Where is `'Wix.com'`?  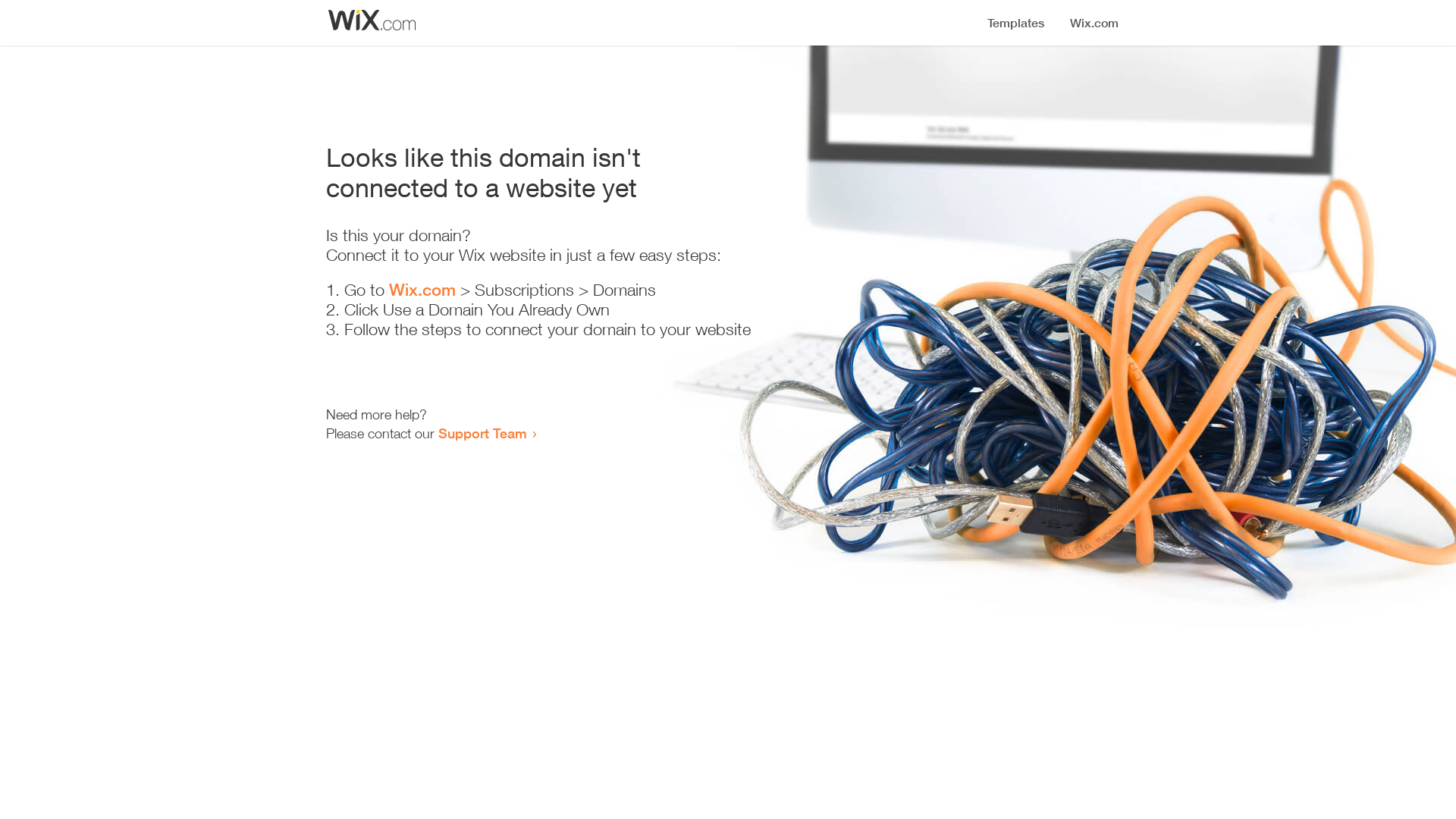 'Wix.com' is located at coordinates (422, 289).